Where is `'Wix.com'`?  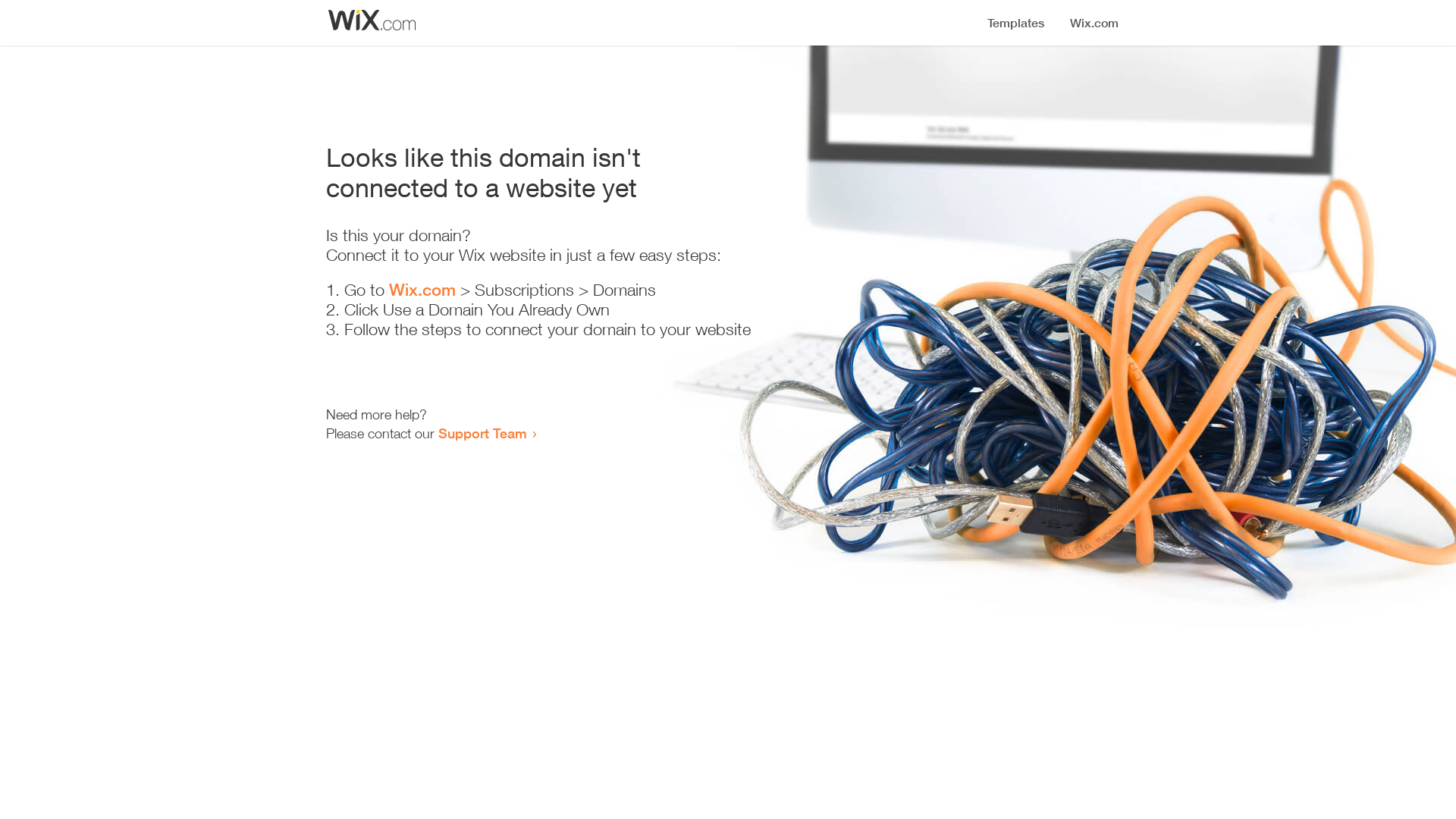 'Wix.com' is located at coordinates (422, 289).